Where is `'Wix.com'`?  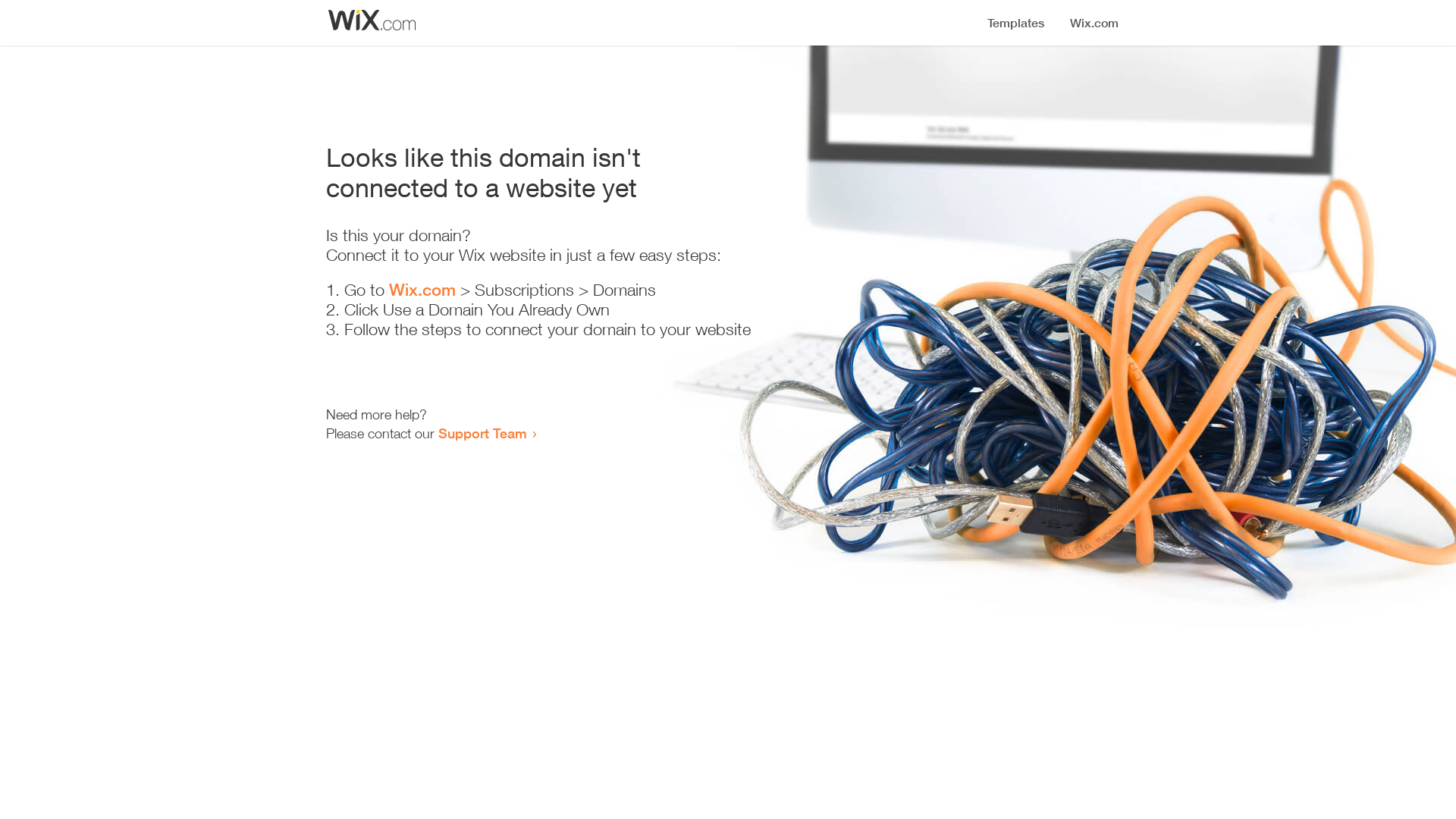 'Wix.com' is located at coordinates (422, 289).